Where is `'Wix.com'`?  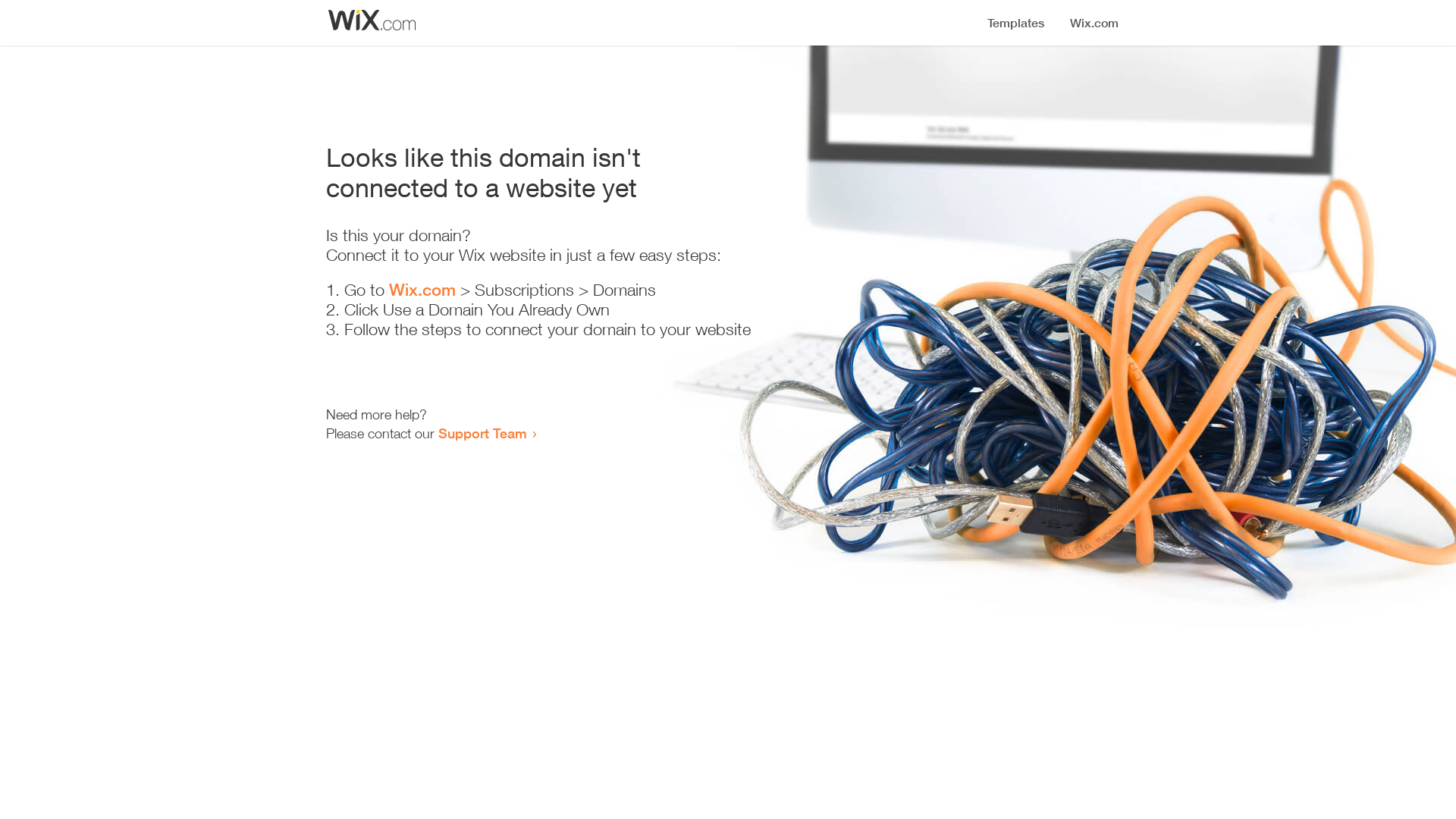 'Wix.com' is located at coordinates (422, 289).